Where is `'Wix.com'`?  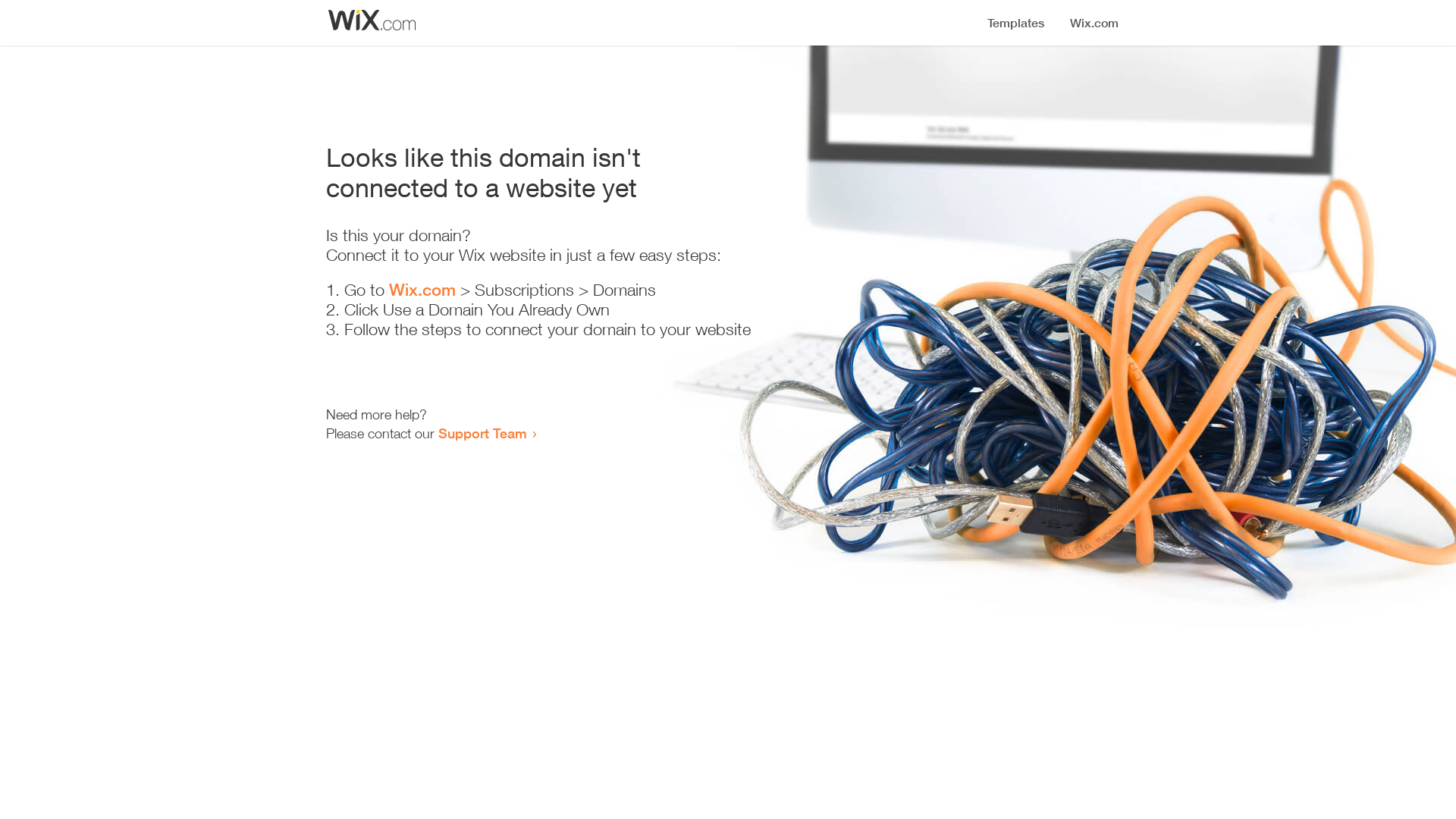 'Wix.com' is located at coordinates (422, 289).